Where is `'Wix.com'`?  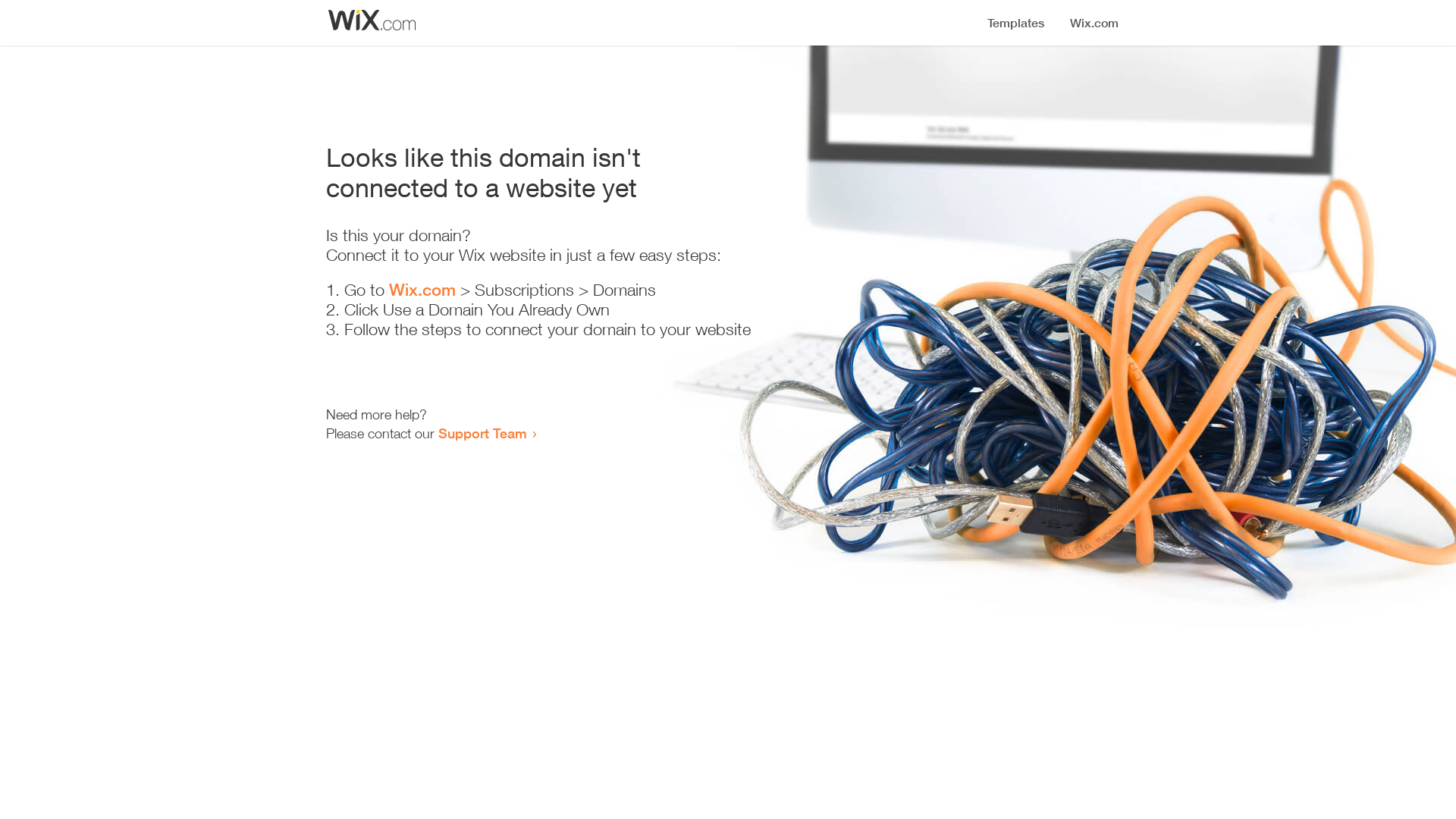 'Wix.com' is located at coordinates (422, 289).